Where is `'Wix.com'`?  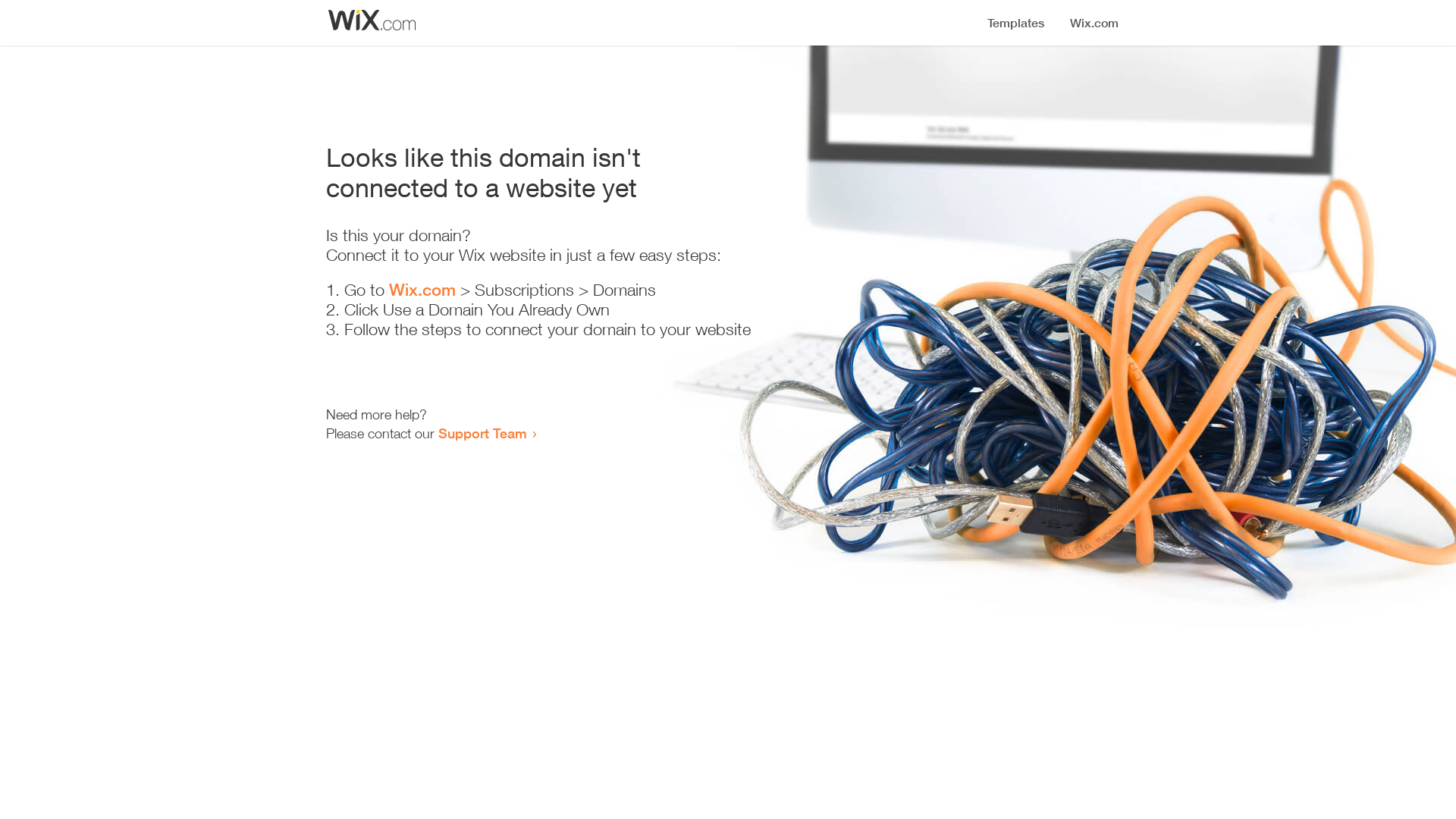 'Wix.com' is located at coordinates (422, 289).